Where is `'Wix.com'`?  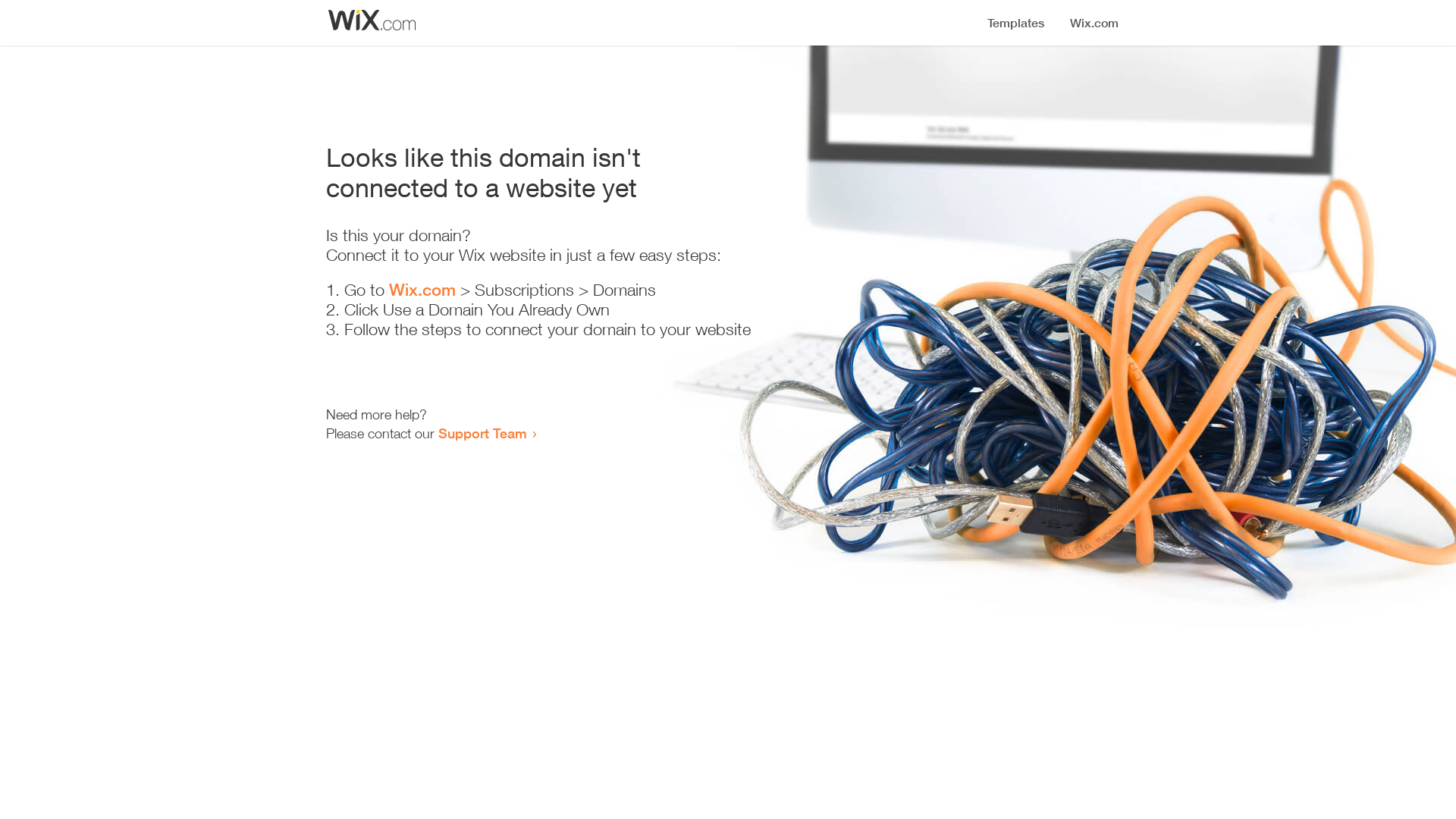 'Wix.com' is located at coordinates (422, 289).